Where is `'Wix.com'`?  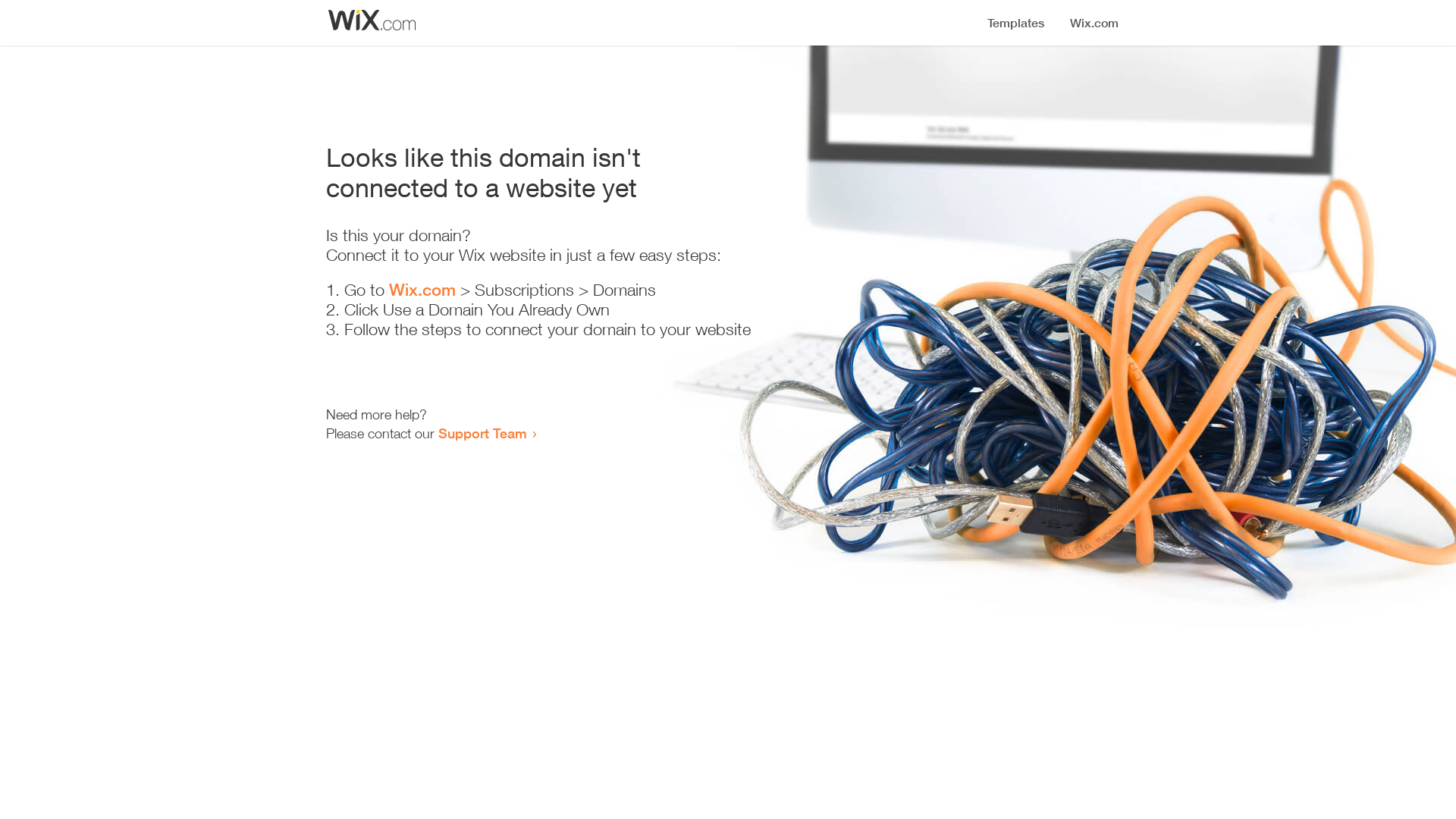 'Wix.com' is located at coordinates (422, 289).